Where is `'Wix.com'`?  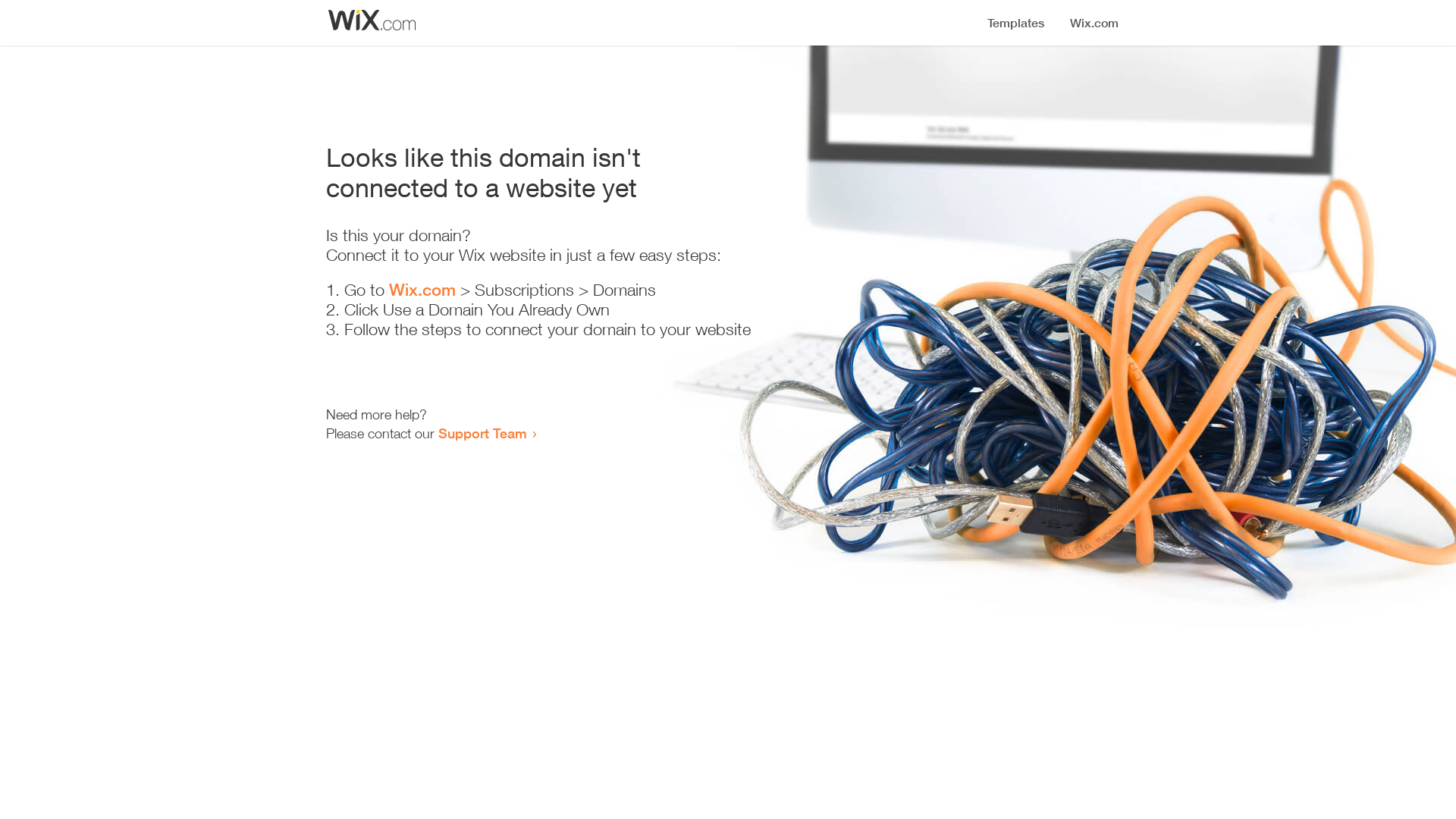 'Wix.com' is located at coordinates (422, 289).